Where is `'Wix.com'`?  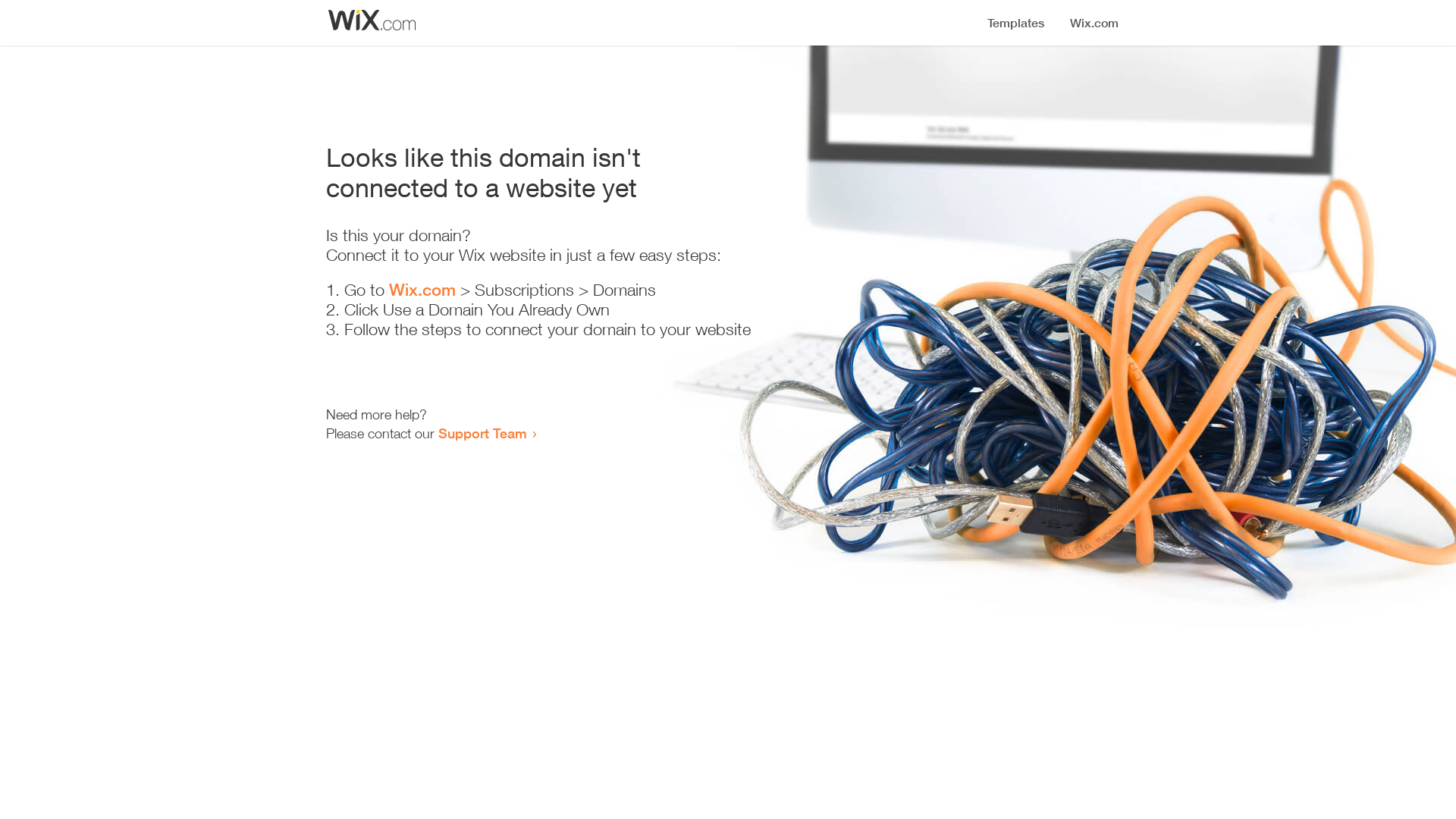 'Wix.com' is located at coordinates (422, 289).